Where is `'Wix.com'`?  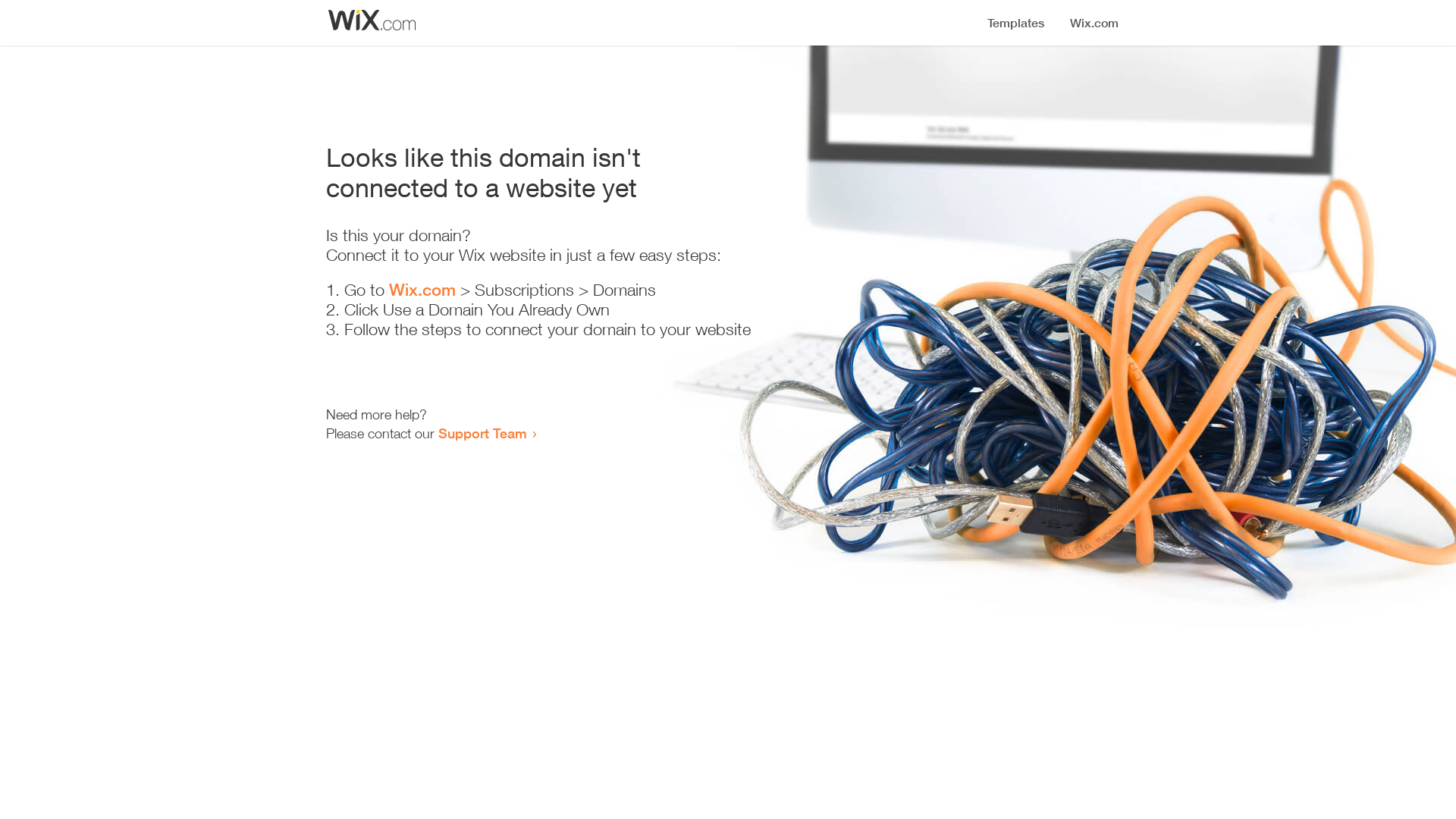 'Wix.com' is located at coordinates (422, 289).